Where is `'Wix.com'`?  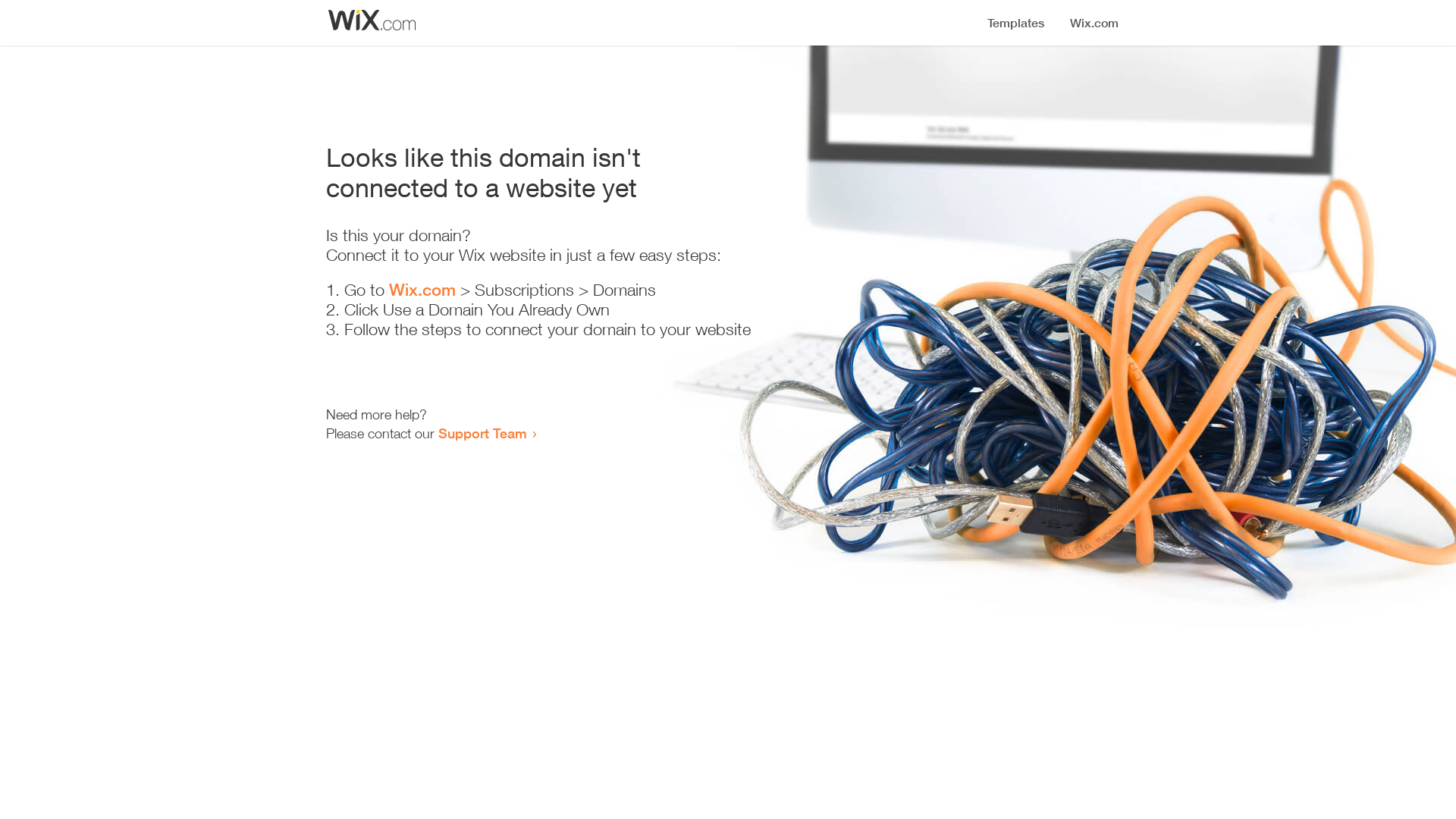 'Wix.com' is located at coordinates (422, 289).